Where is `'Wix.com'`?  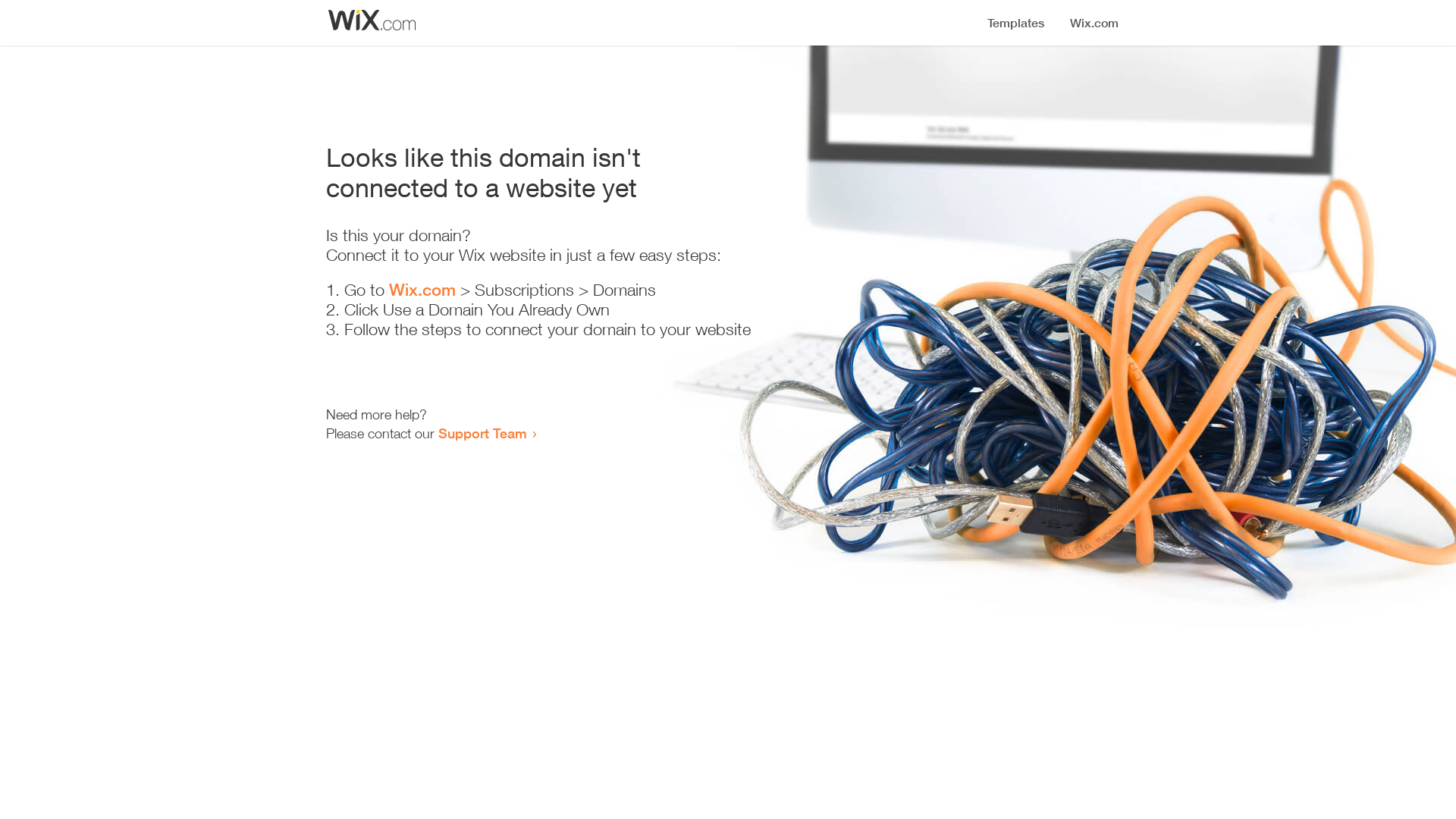 'Wix.com' is located at coordinates (422, 289).